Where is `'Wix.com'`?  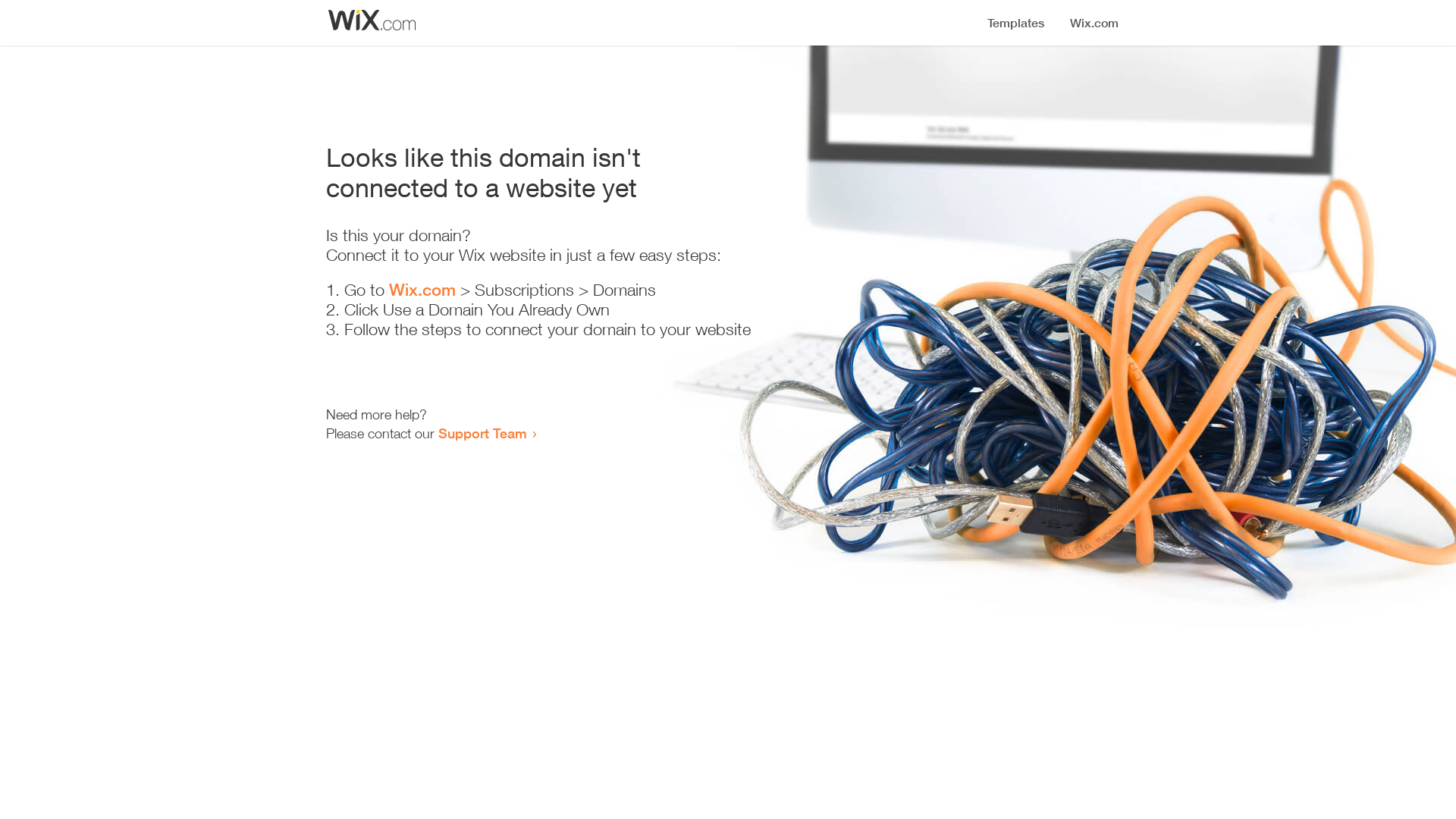 'Wix.com' is located at coordinates (422, 289).